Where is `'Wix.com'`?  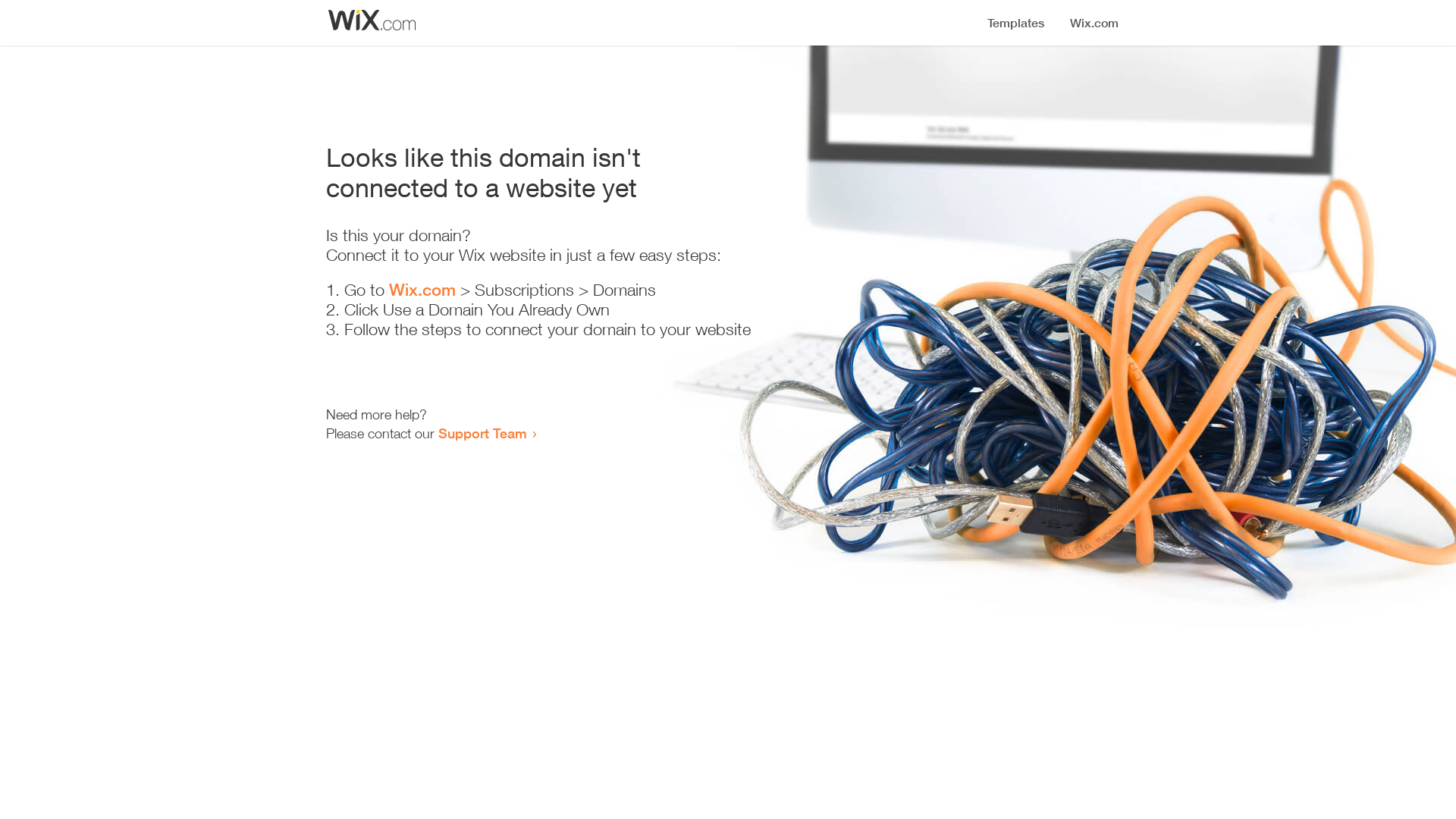 'Wix.com' is located at coordinates (422, 289).